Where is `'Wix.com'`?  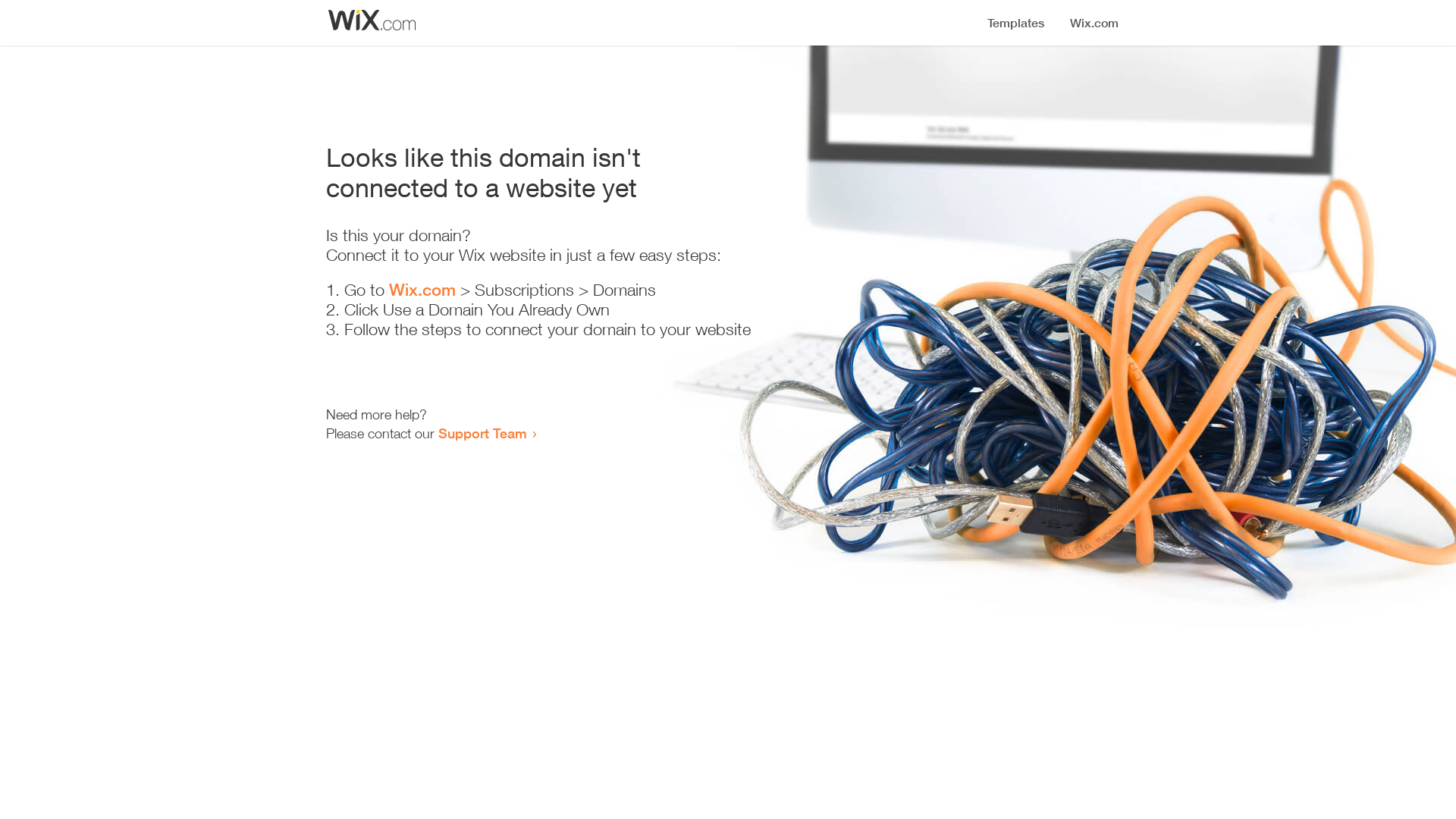 'Wix.com' is located at coordinates (422, 289).